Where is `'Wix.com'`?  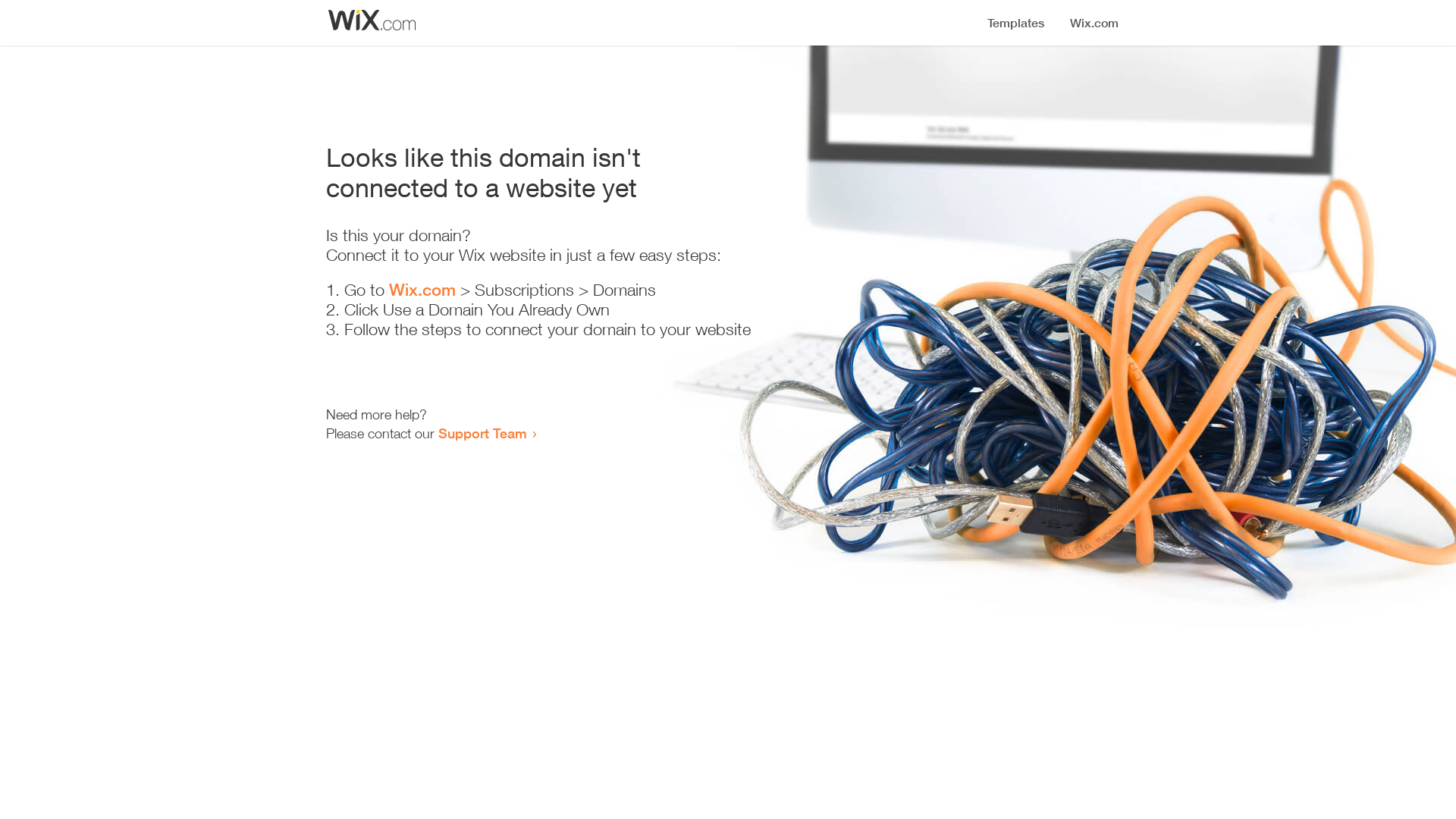 'Wix.com' is located at coordinates (422, 289).